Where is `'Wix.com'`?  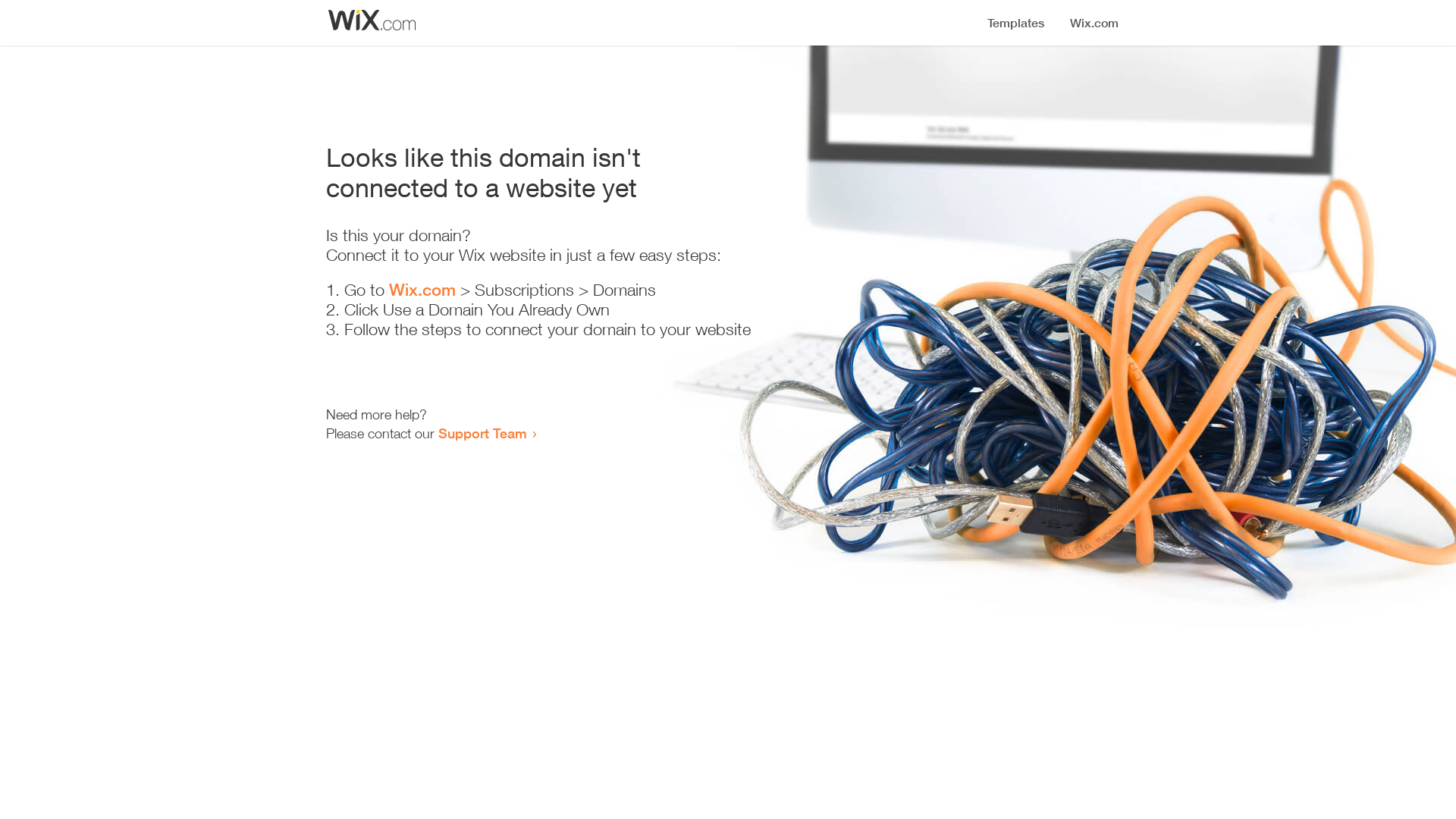 'Wix.com' is located at coordinates (422, 289).